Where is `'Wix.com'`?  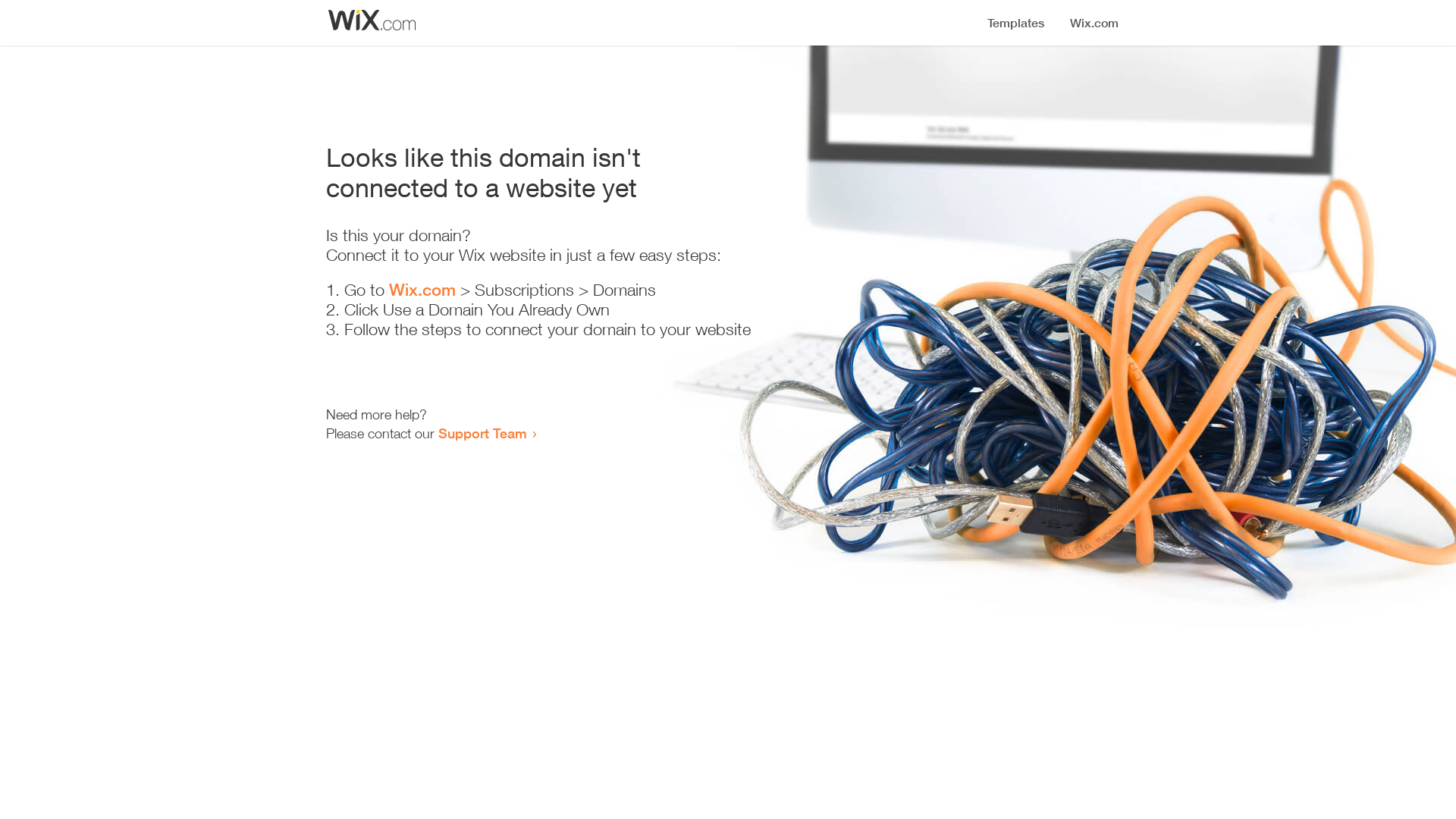 'Wix.com' is located at coordinates (422, 289).